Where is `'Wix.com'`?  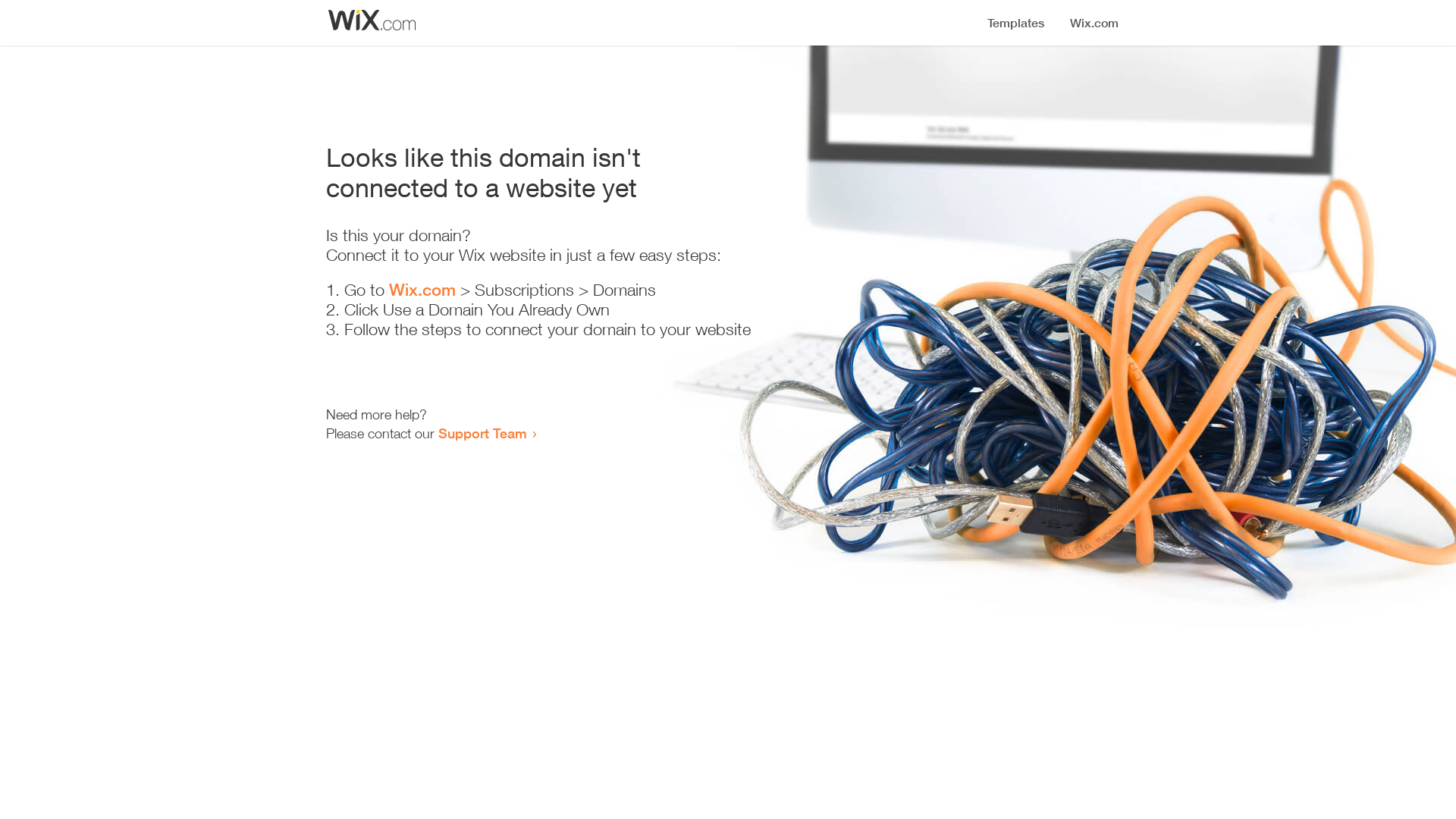 'Wix.com' is located at coordinates (422, 289).